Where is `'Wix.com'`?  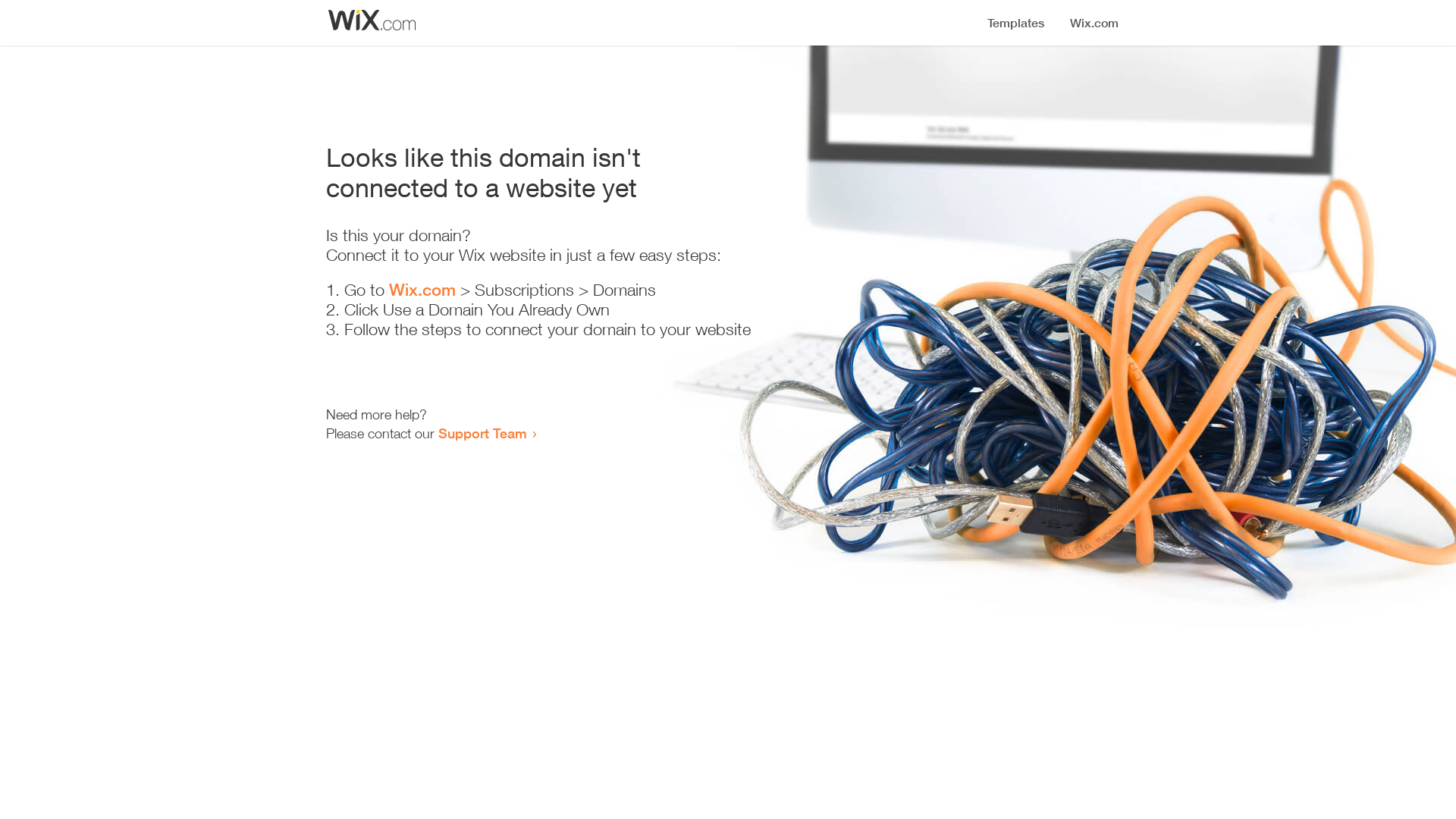 'Wix.com' is located at coordinates (422, 289).